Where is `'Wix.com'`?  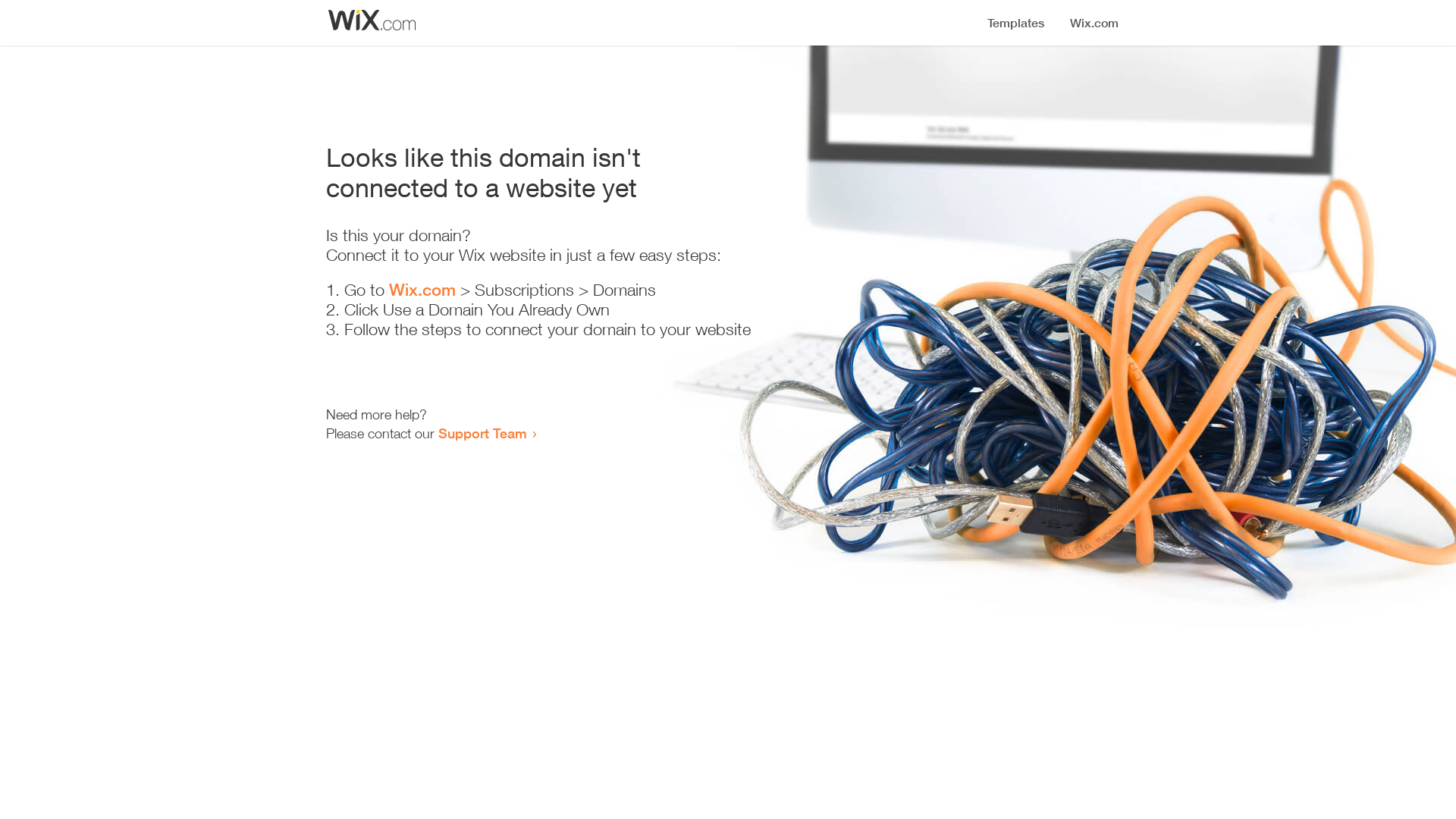 'Wix.com' is located at coordinates (422, 289).